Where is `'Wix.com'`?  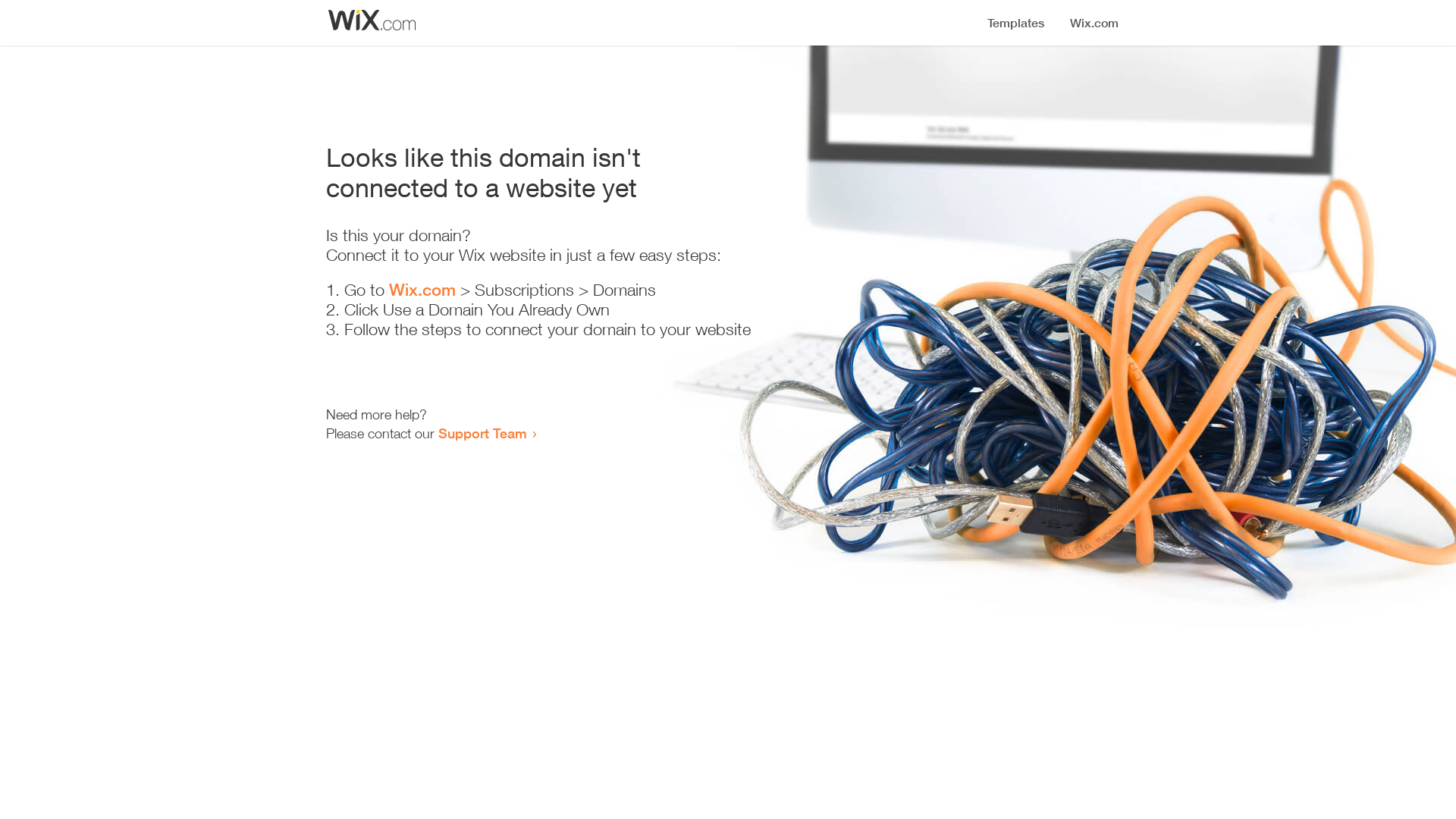 'Wix.com' is located at coordinates (422, 289).